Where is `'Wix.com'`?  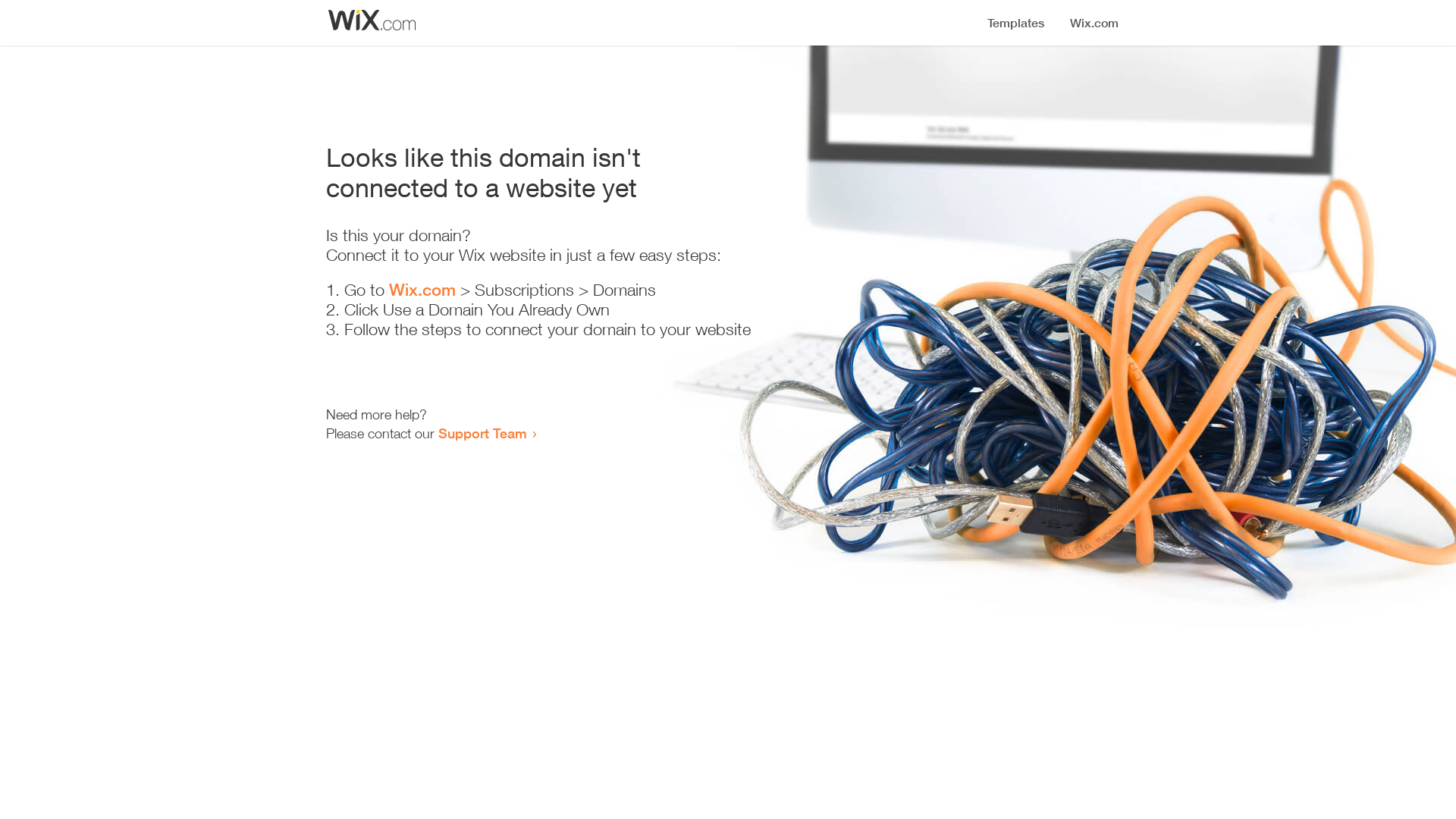 'Wix.com' is located at coordinates (422, 289).